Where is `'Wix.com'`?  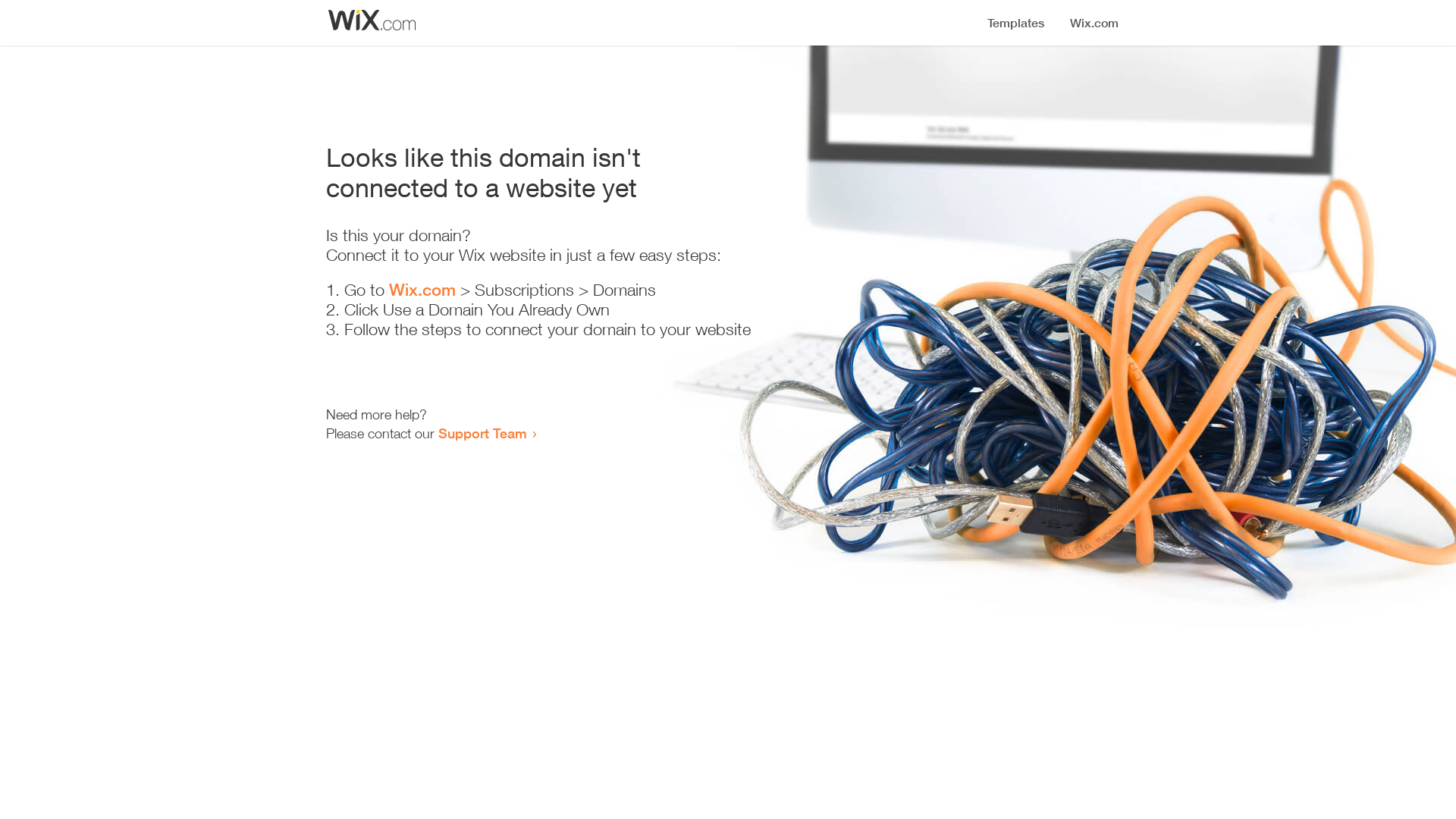 'Wix.com' is located at coordinates (422, 289).